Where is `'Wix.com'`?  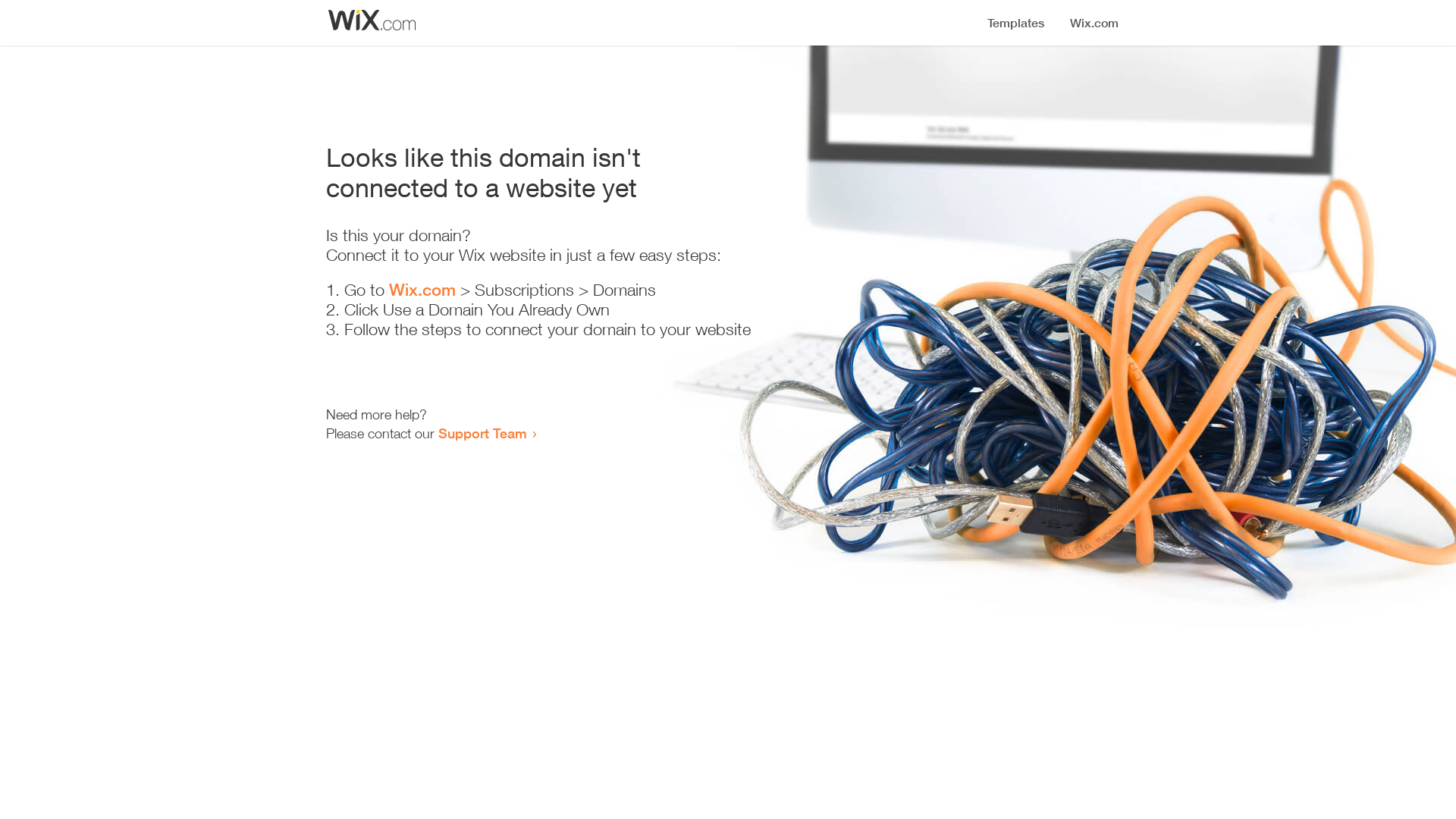 'Wix.com' is located at coordinates (422, 289).